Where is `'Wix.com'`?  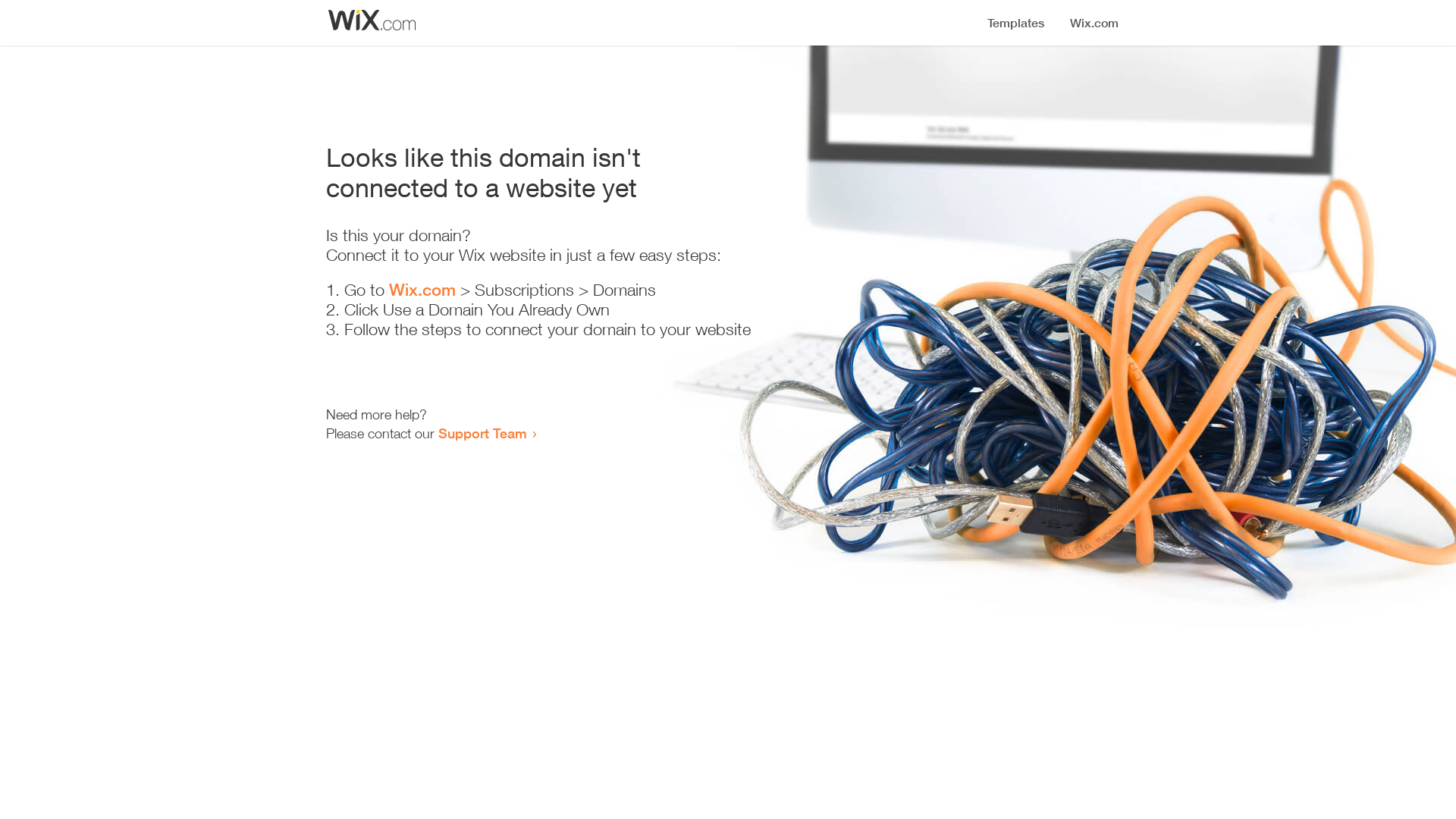 'Wix.com' is located at coordinates (422, 289).